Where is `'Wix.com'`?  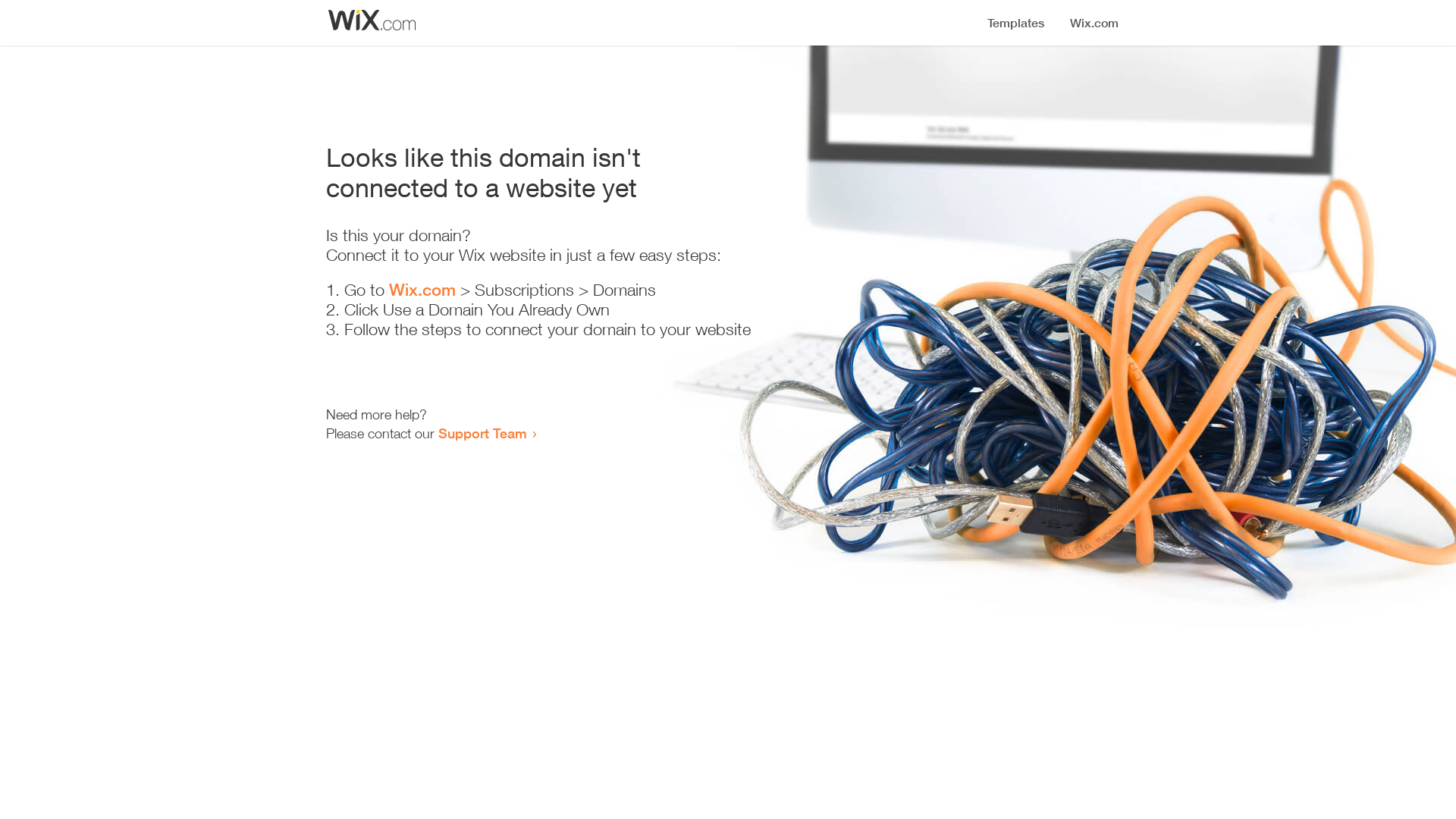 'Wix.com' is located at coordinates (422, 289).